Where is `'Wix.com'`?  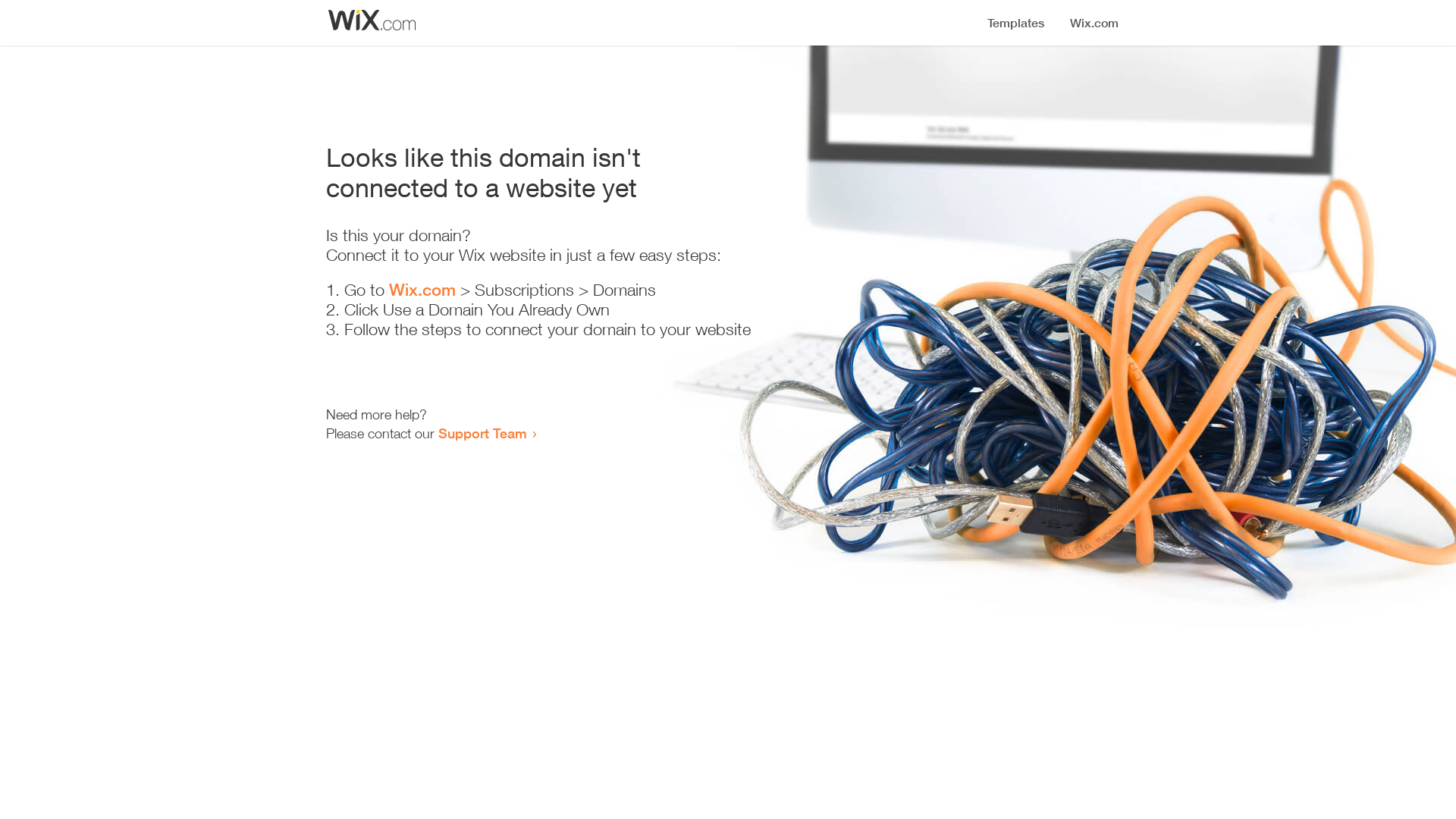 'Wix.com' is located at coordinates (422, 289).